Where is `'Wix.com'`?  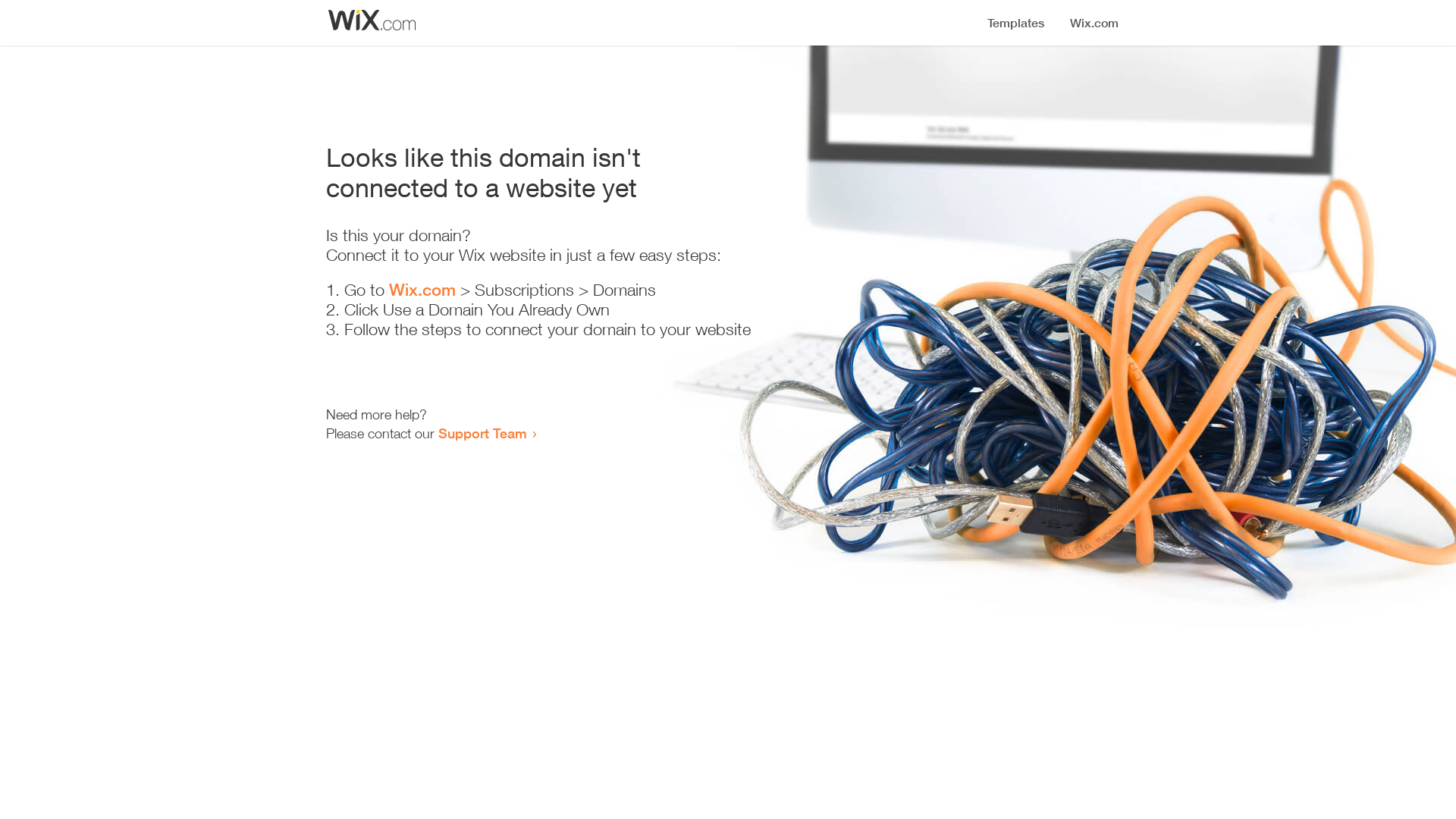 'Wix.com' is located at coordinates (422, 289).